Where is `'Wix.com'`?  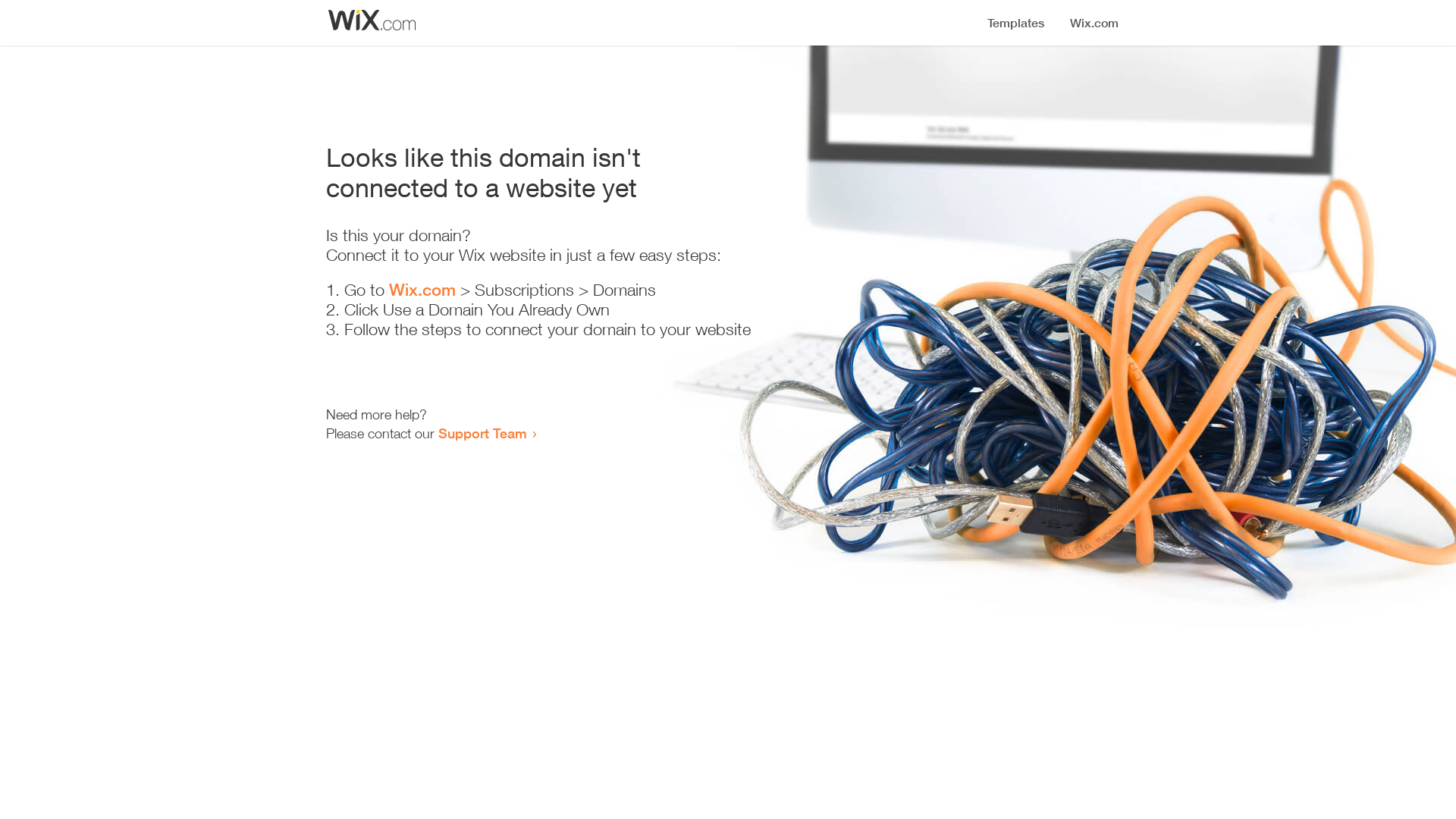 'Wix.com' is located at coordinates (422, 289).